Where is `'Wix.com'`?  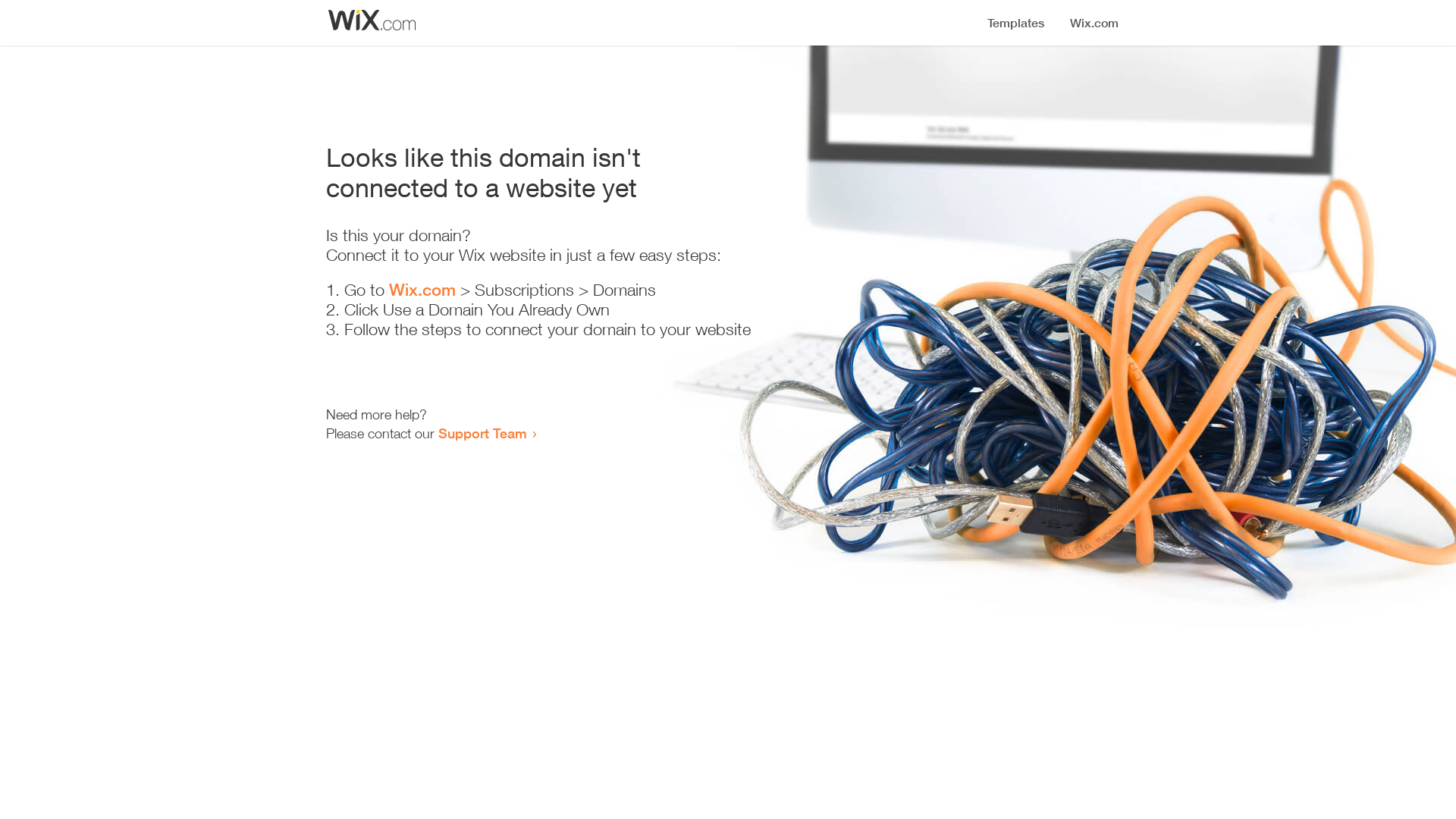 'Wix.com' is located at coordinates (422, 289).